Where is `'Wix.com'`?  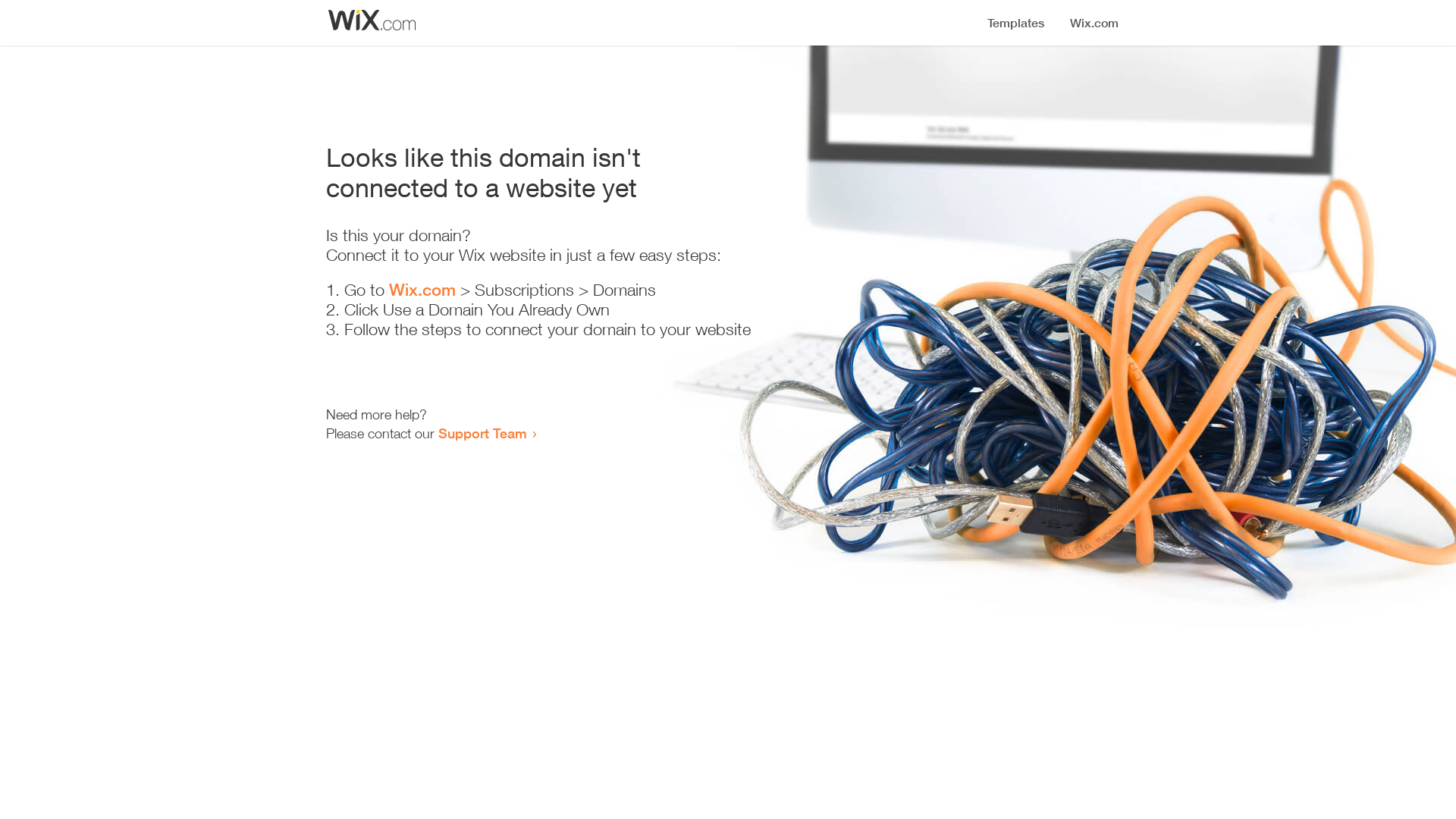 'Wix.com' is located at coordinates (422, 289).